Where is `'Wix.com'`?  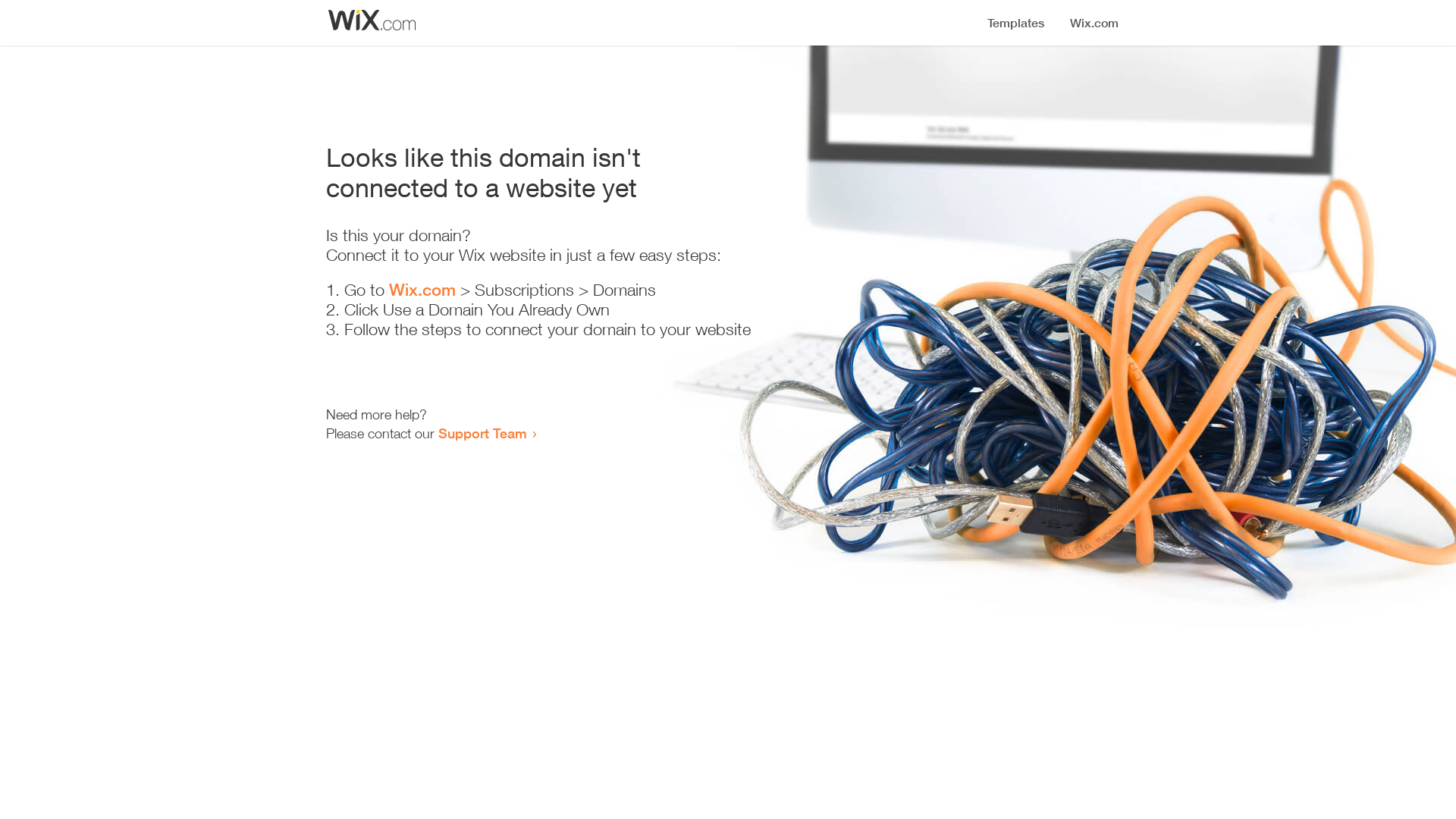 'Wix.com' is located at coordinates (422, 289).